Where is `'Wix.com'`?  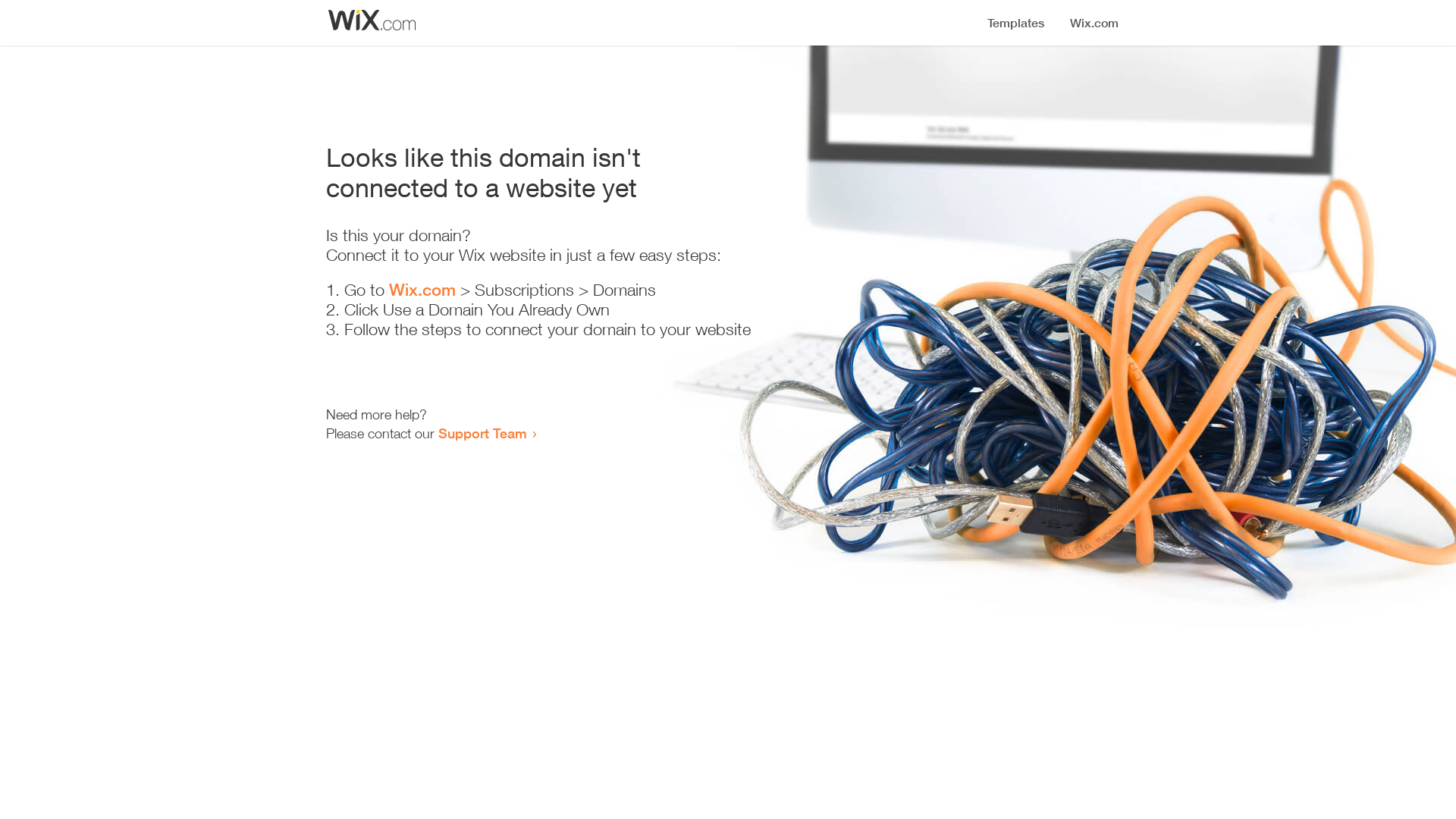 'Wix.com' is located at coordinates (422, 289).